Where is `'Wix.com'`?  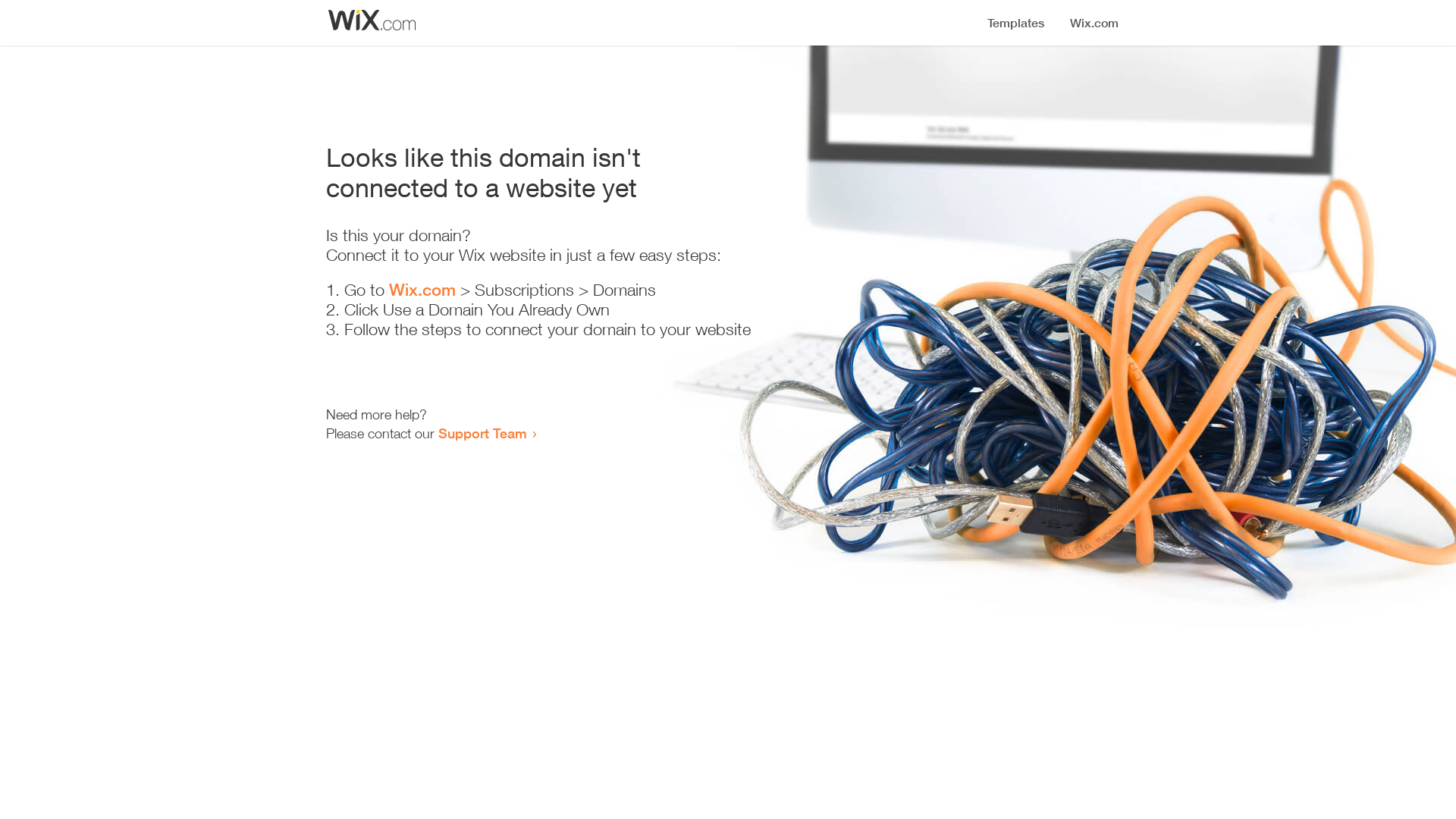 'Wix.com' is located at coordinates (422, 289).